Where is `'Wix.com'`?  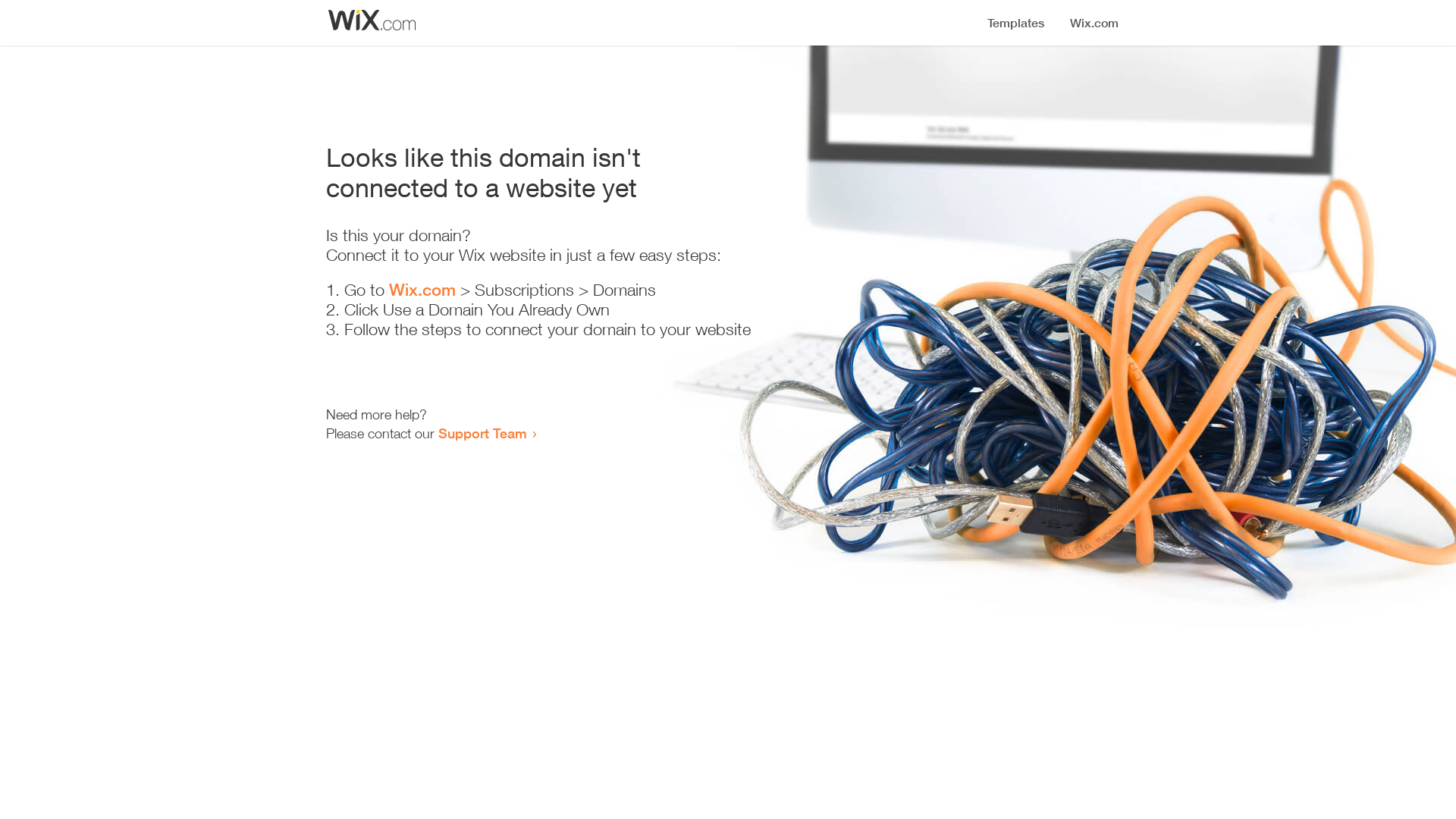 'Wix.com' is located at coordinates (422, 289).